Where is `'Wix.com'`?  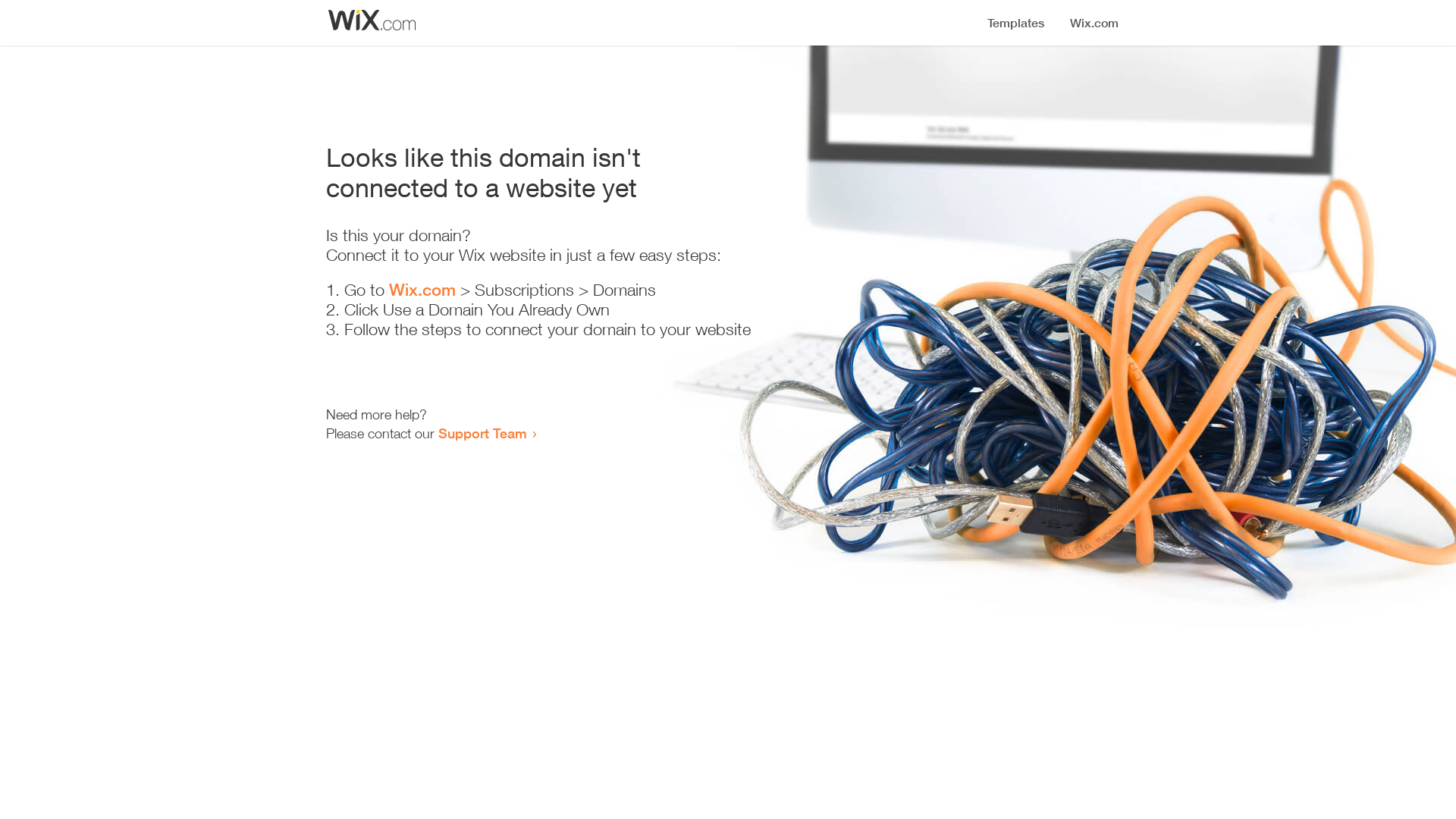 'Wix.com' is located at coordinates (422, 289).